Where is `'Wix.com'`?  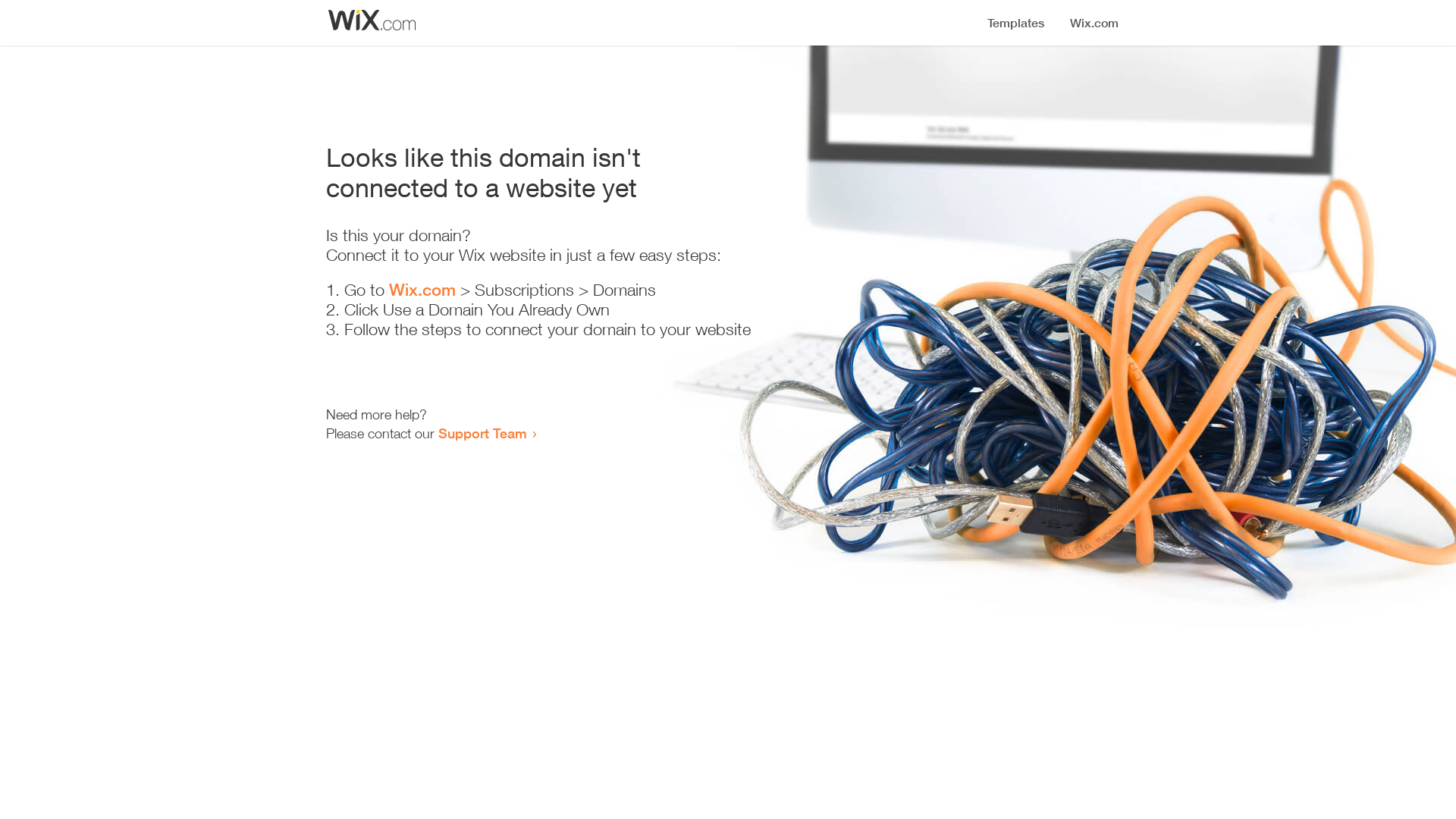 'Wix.com' is located at coordinates (422, 289).